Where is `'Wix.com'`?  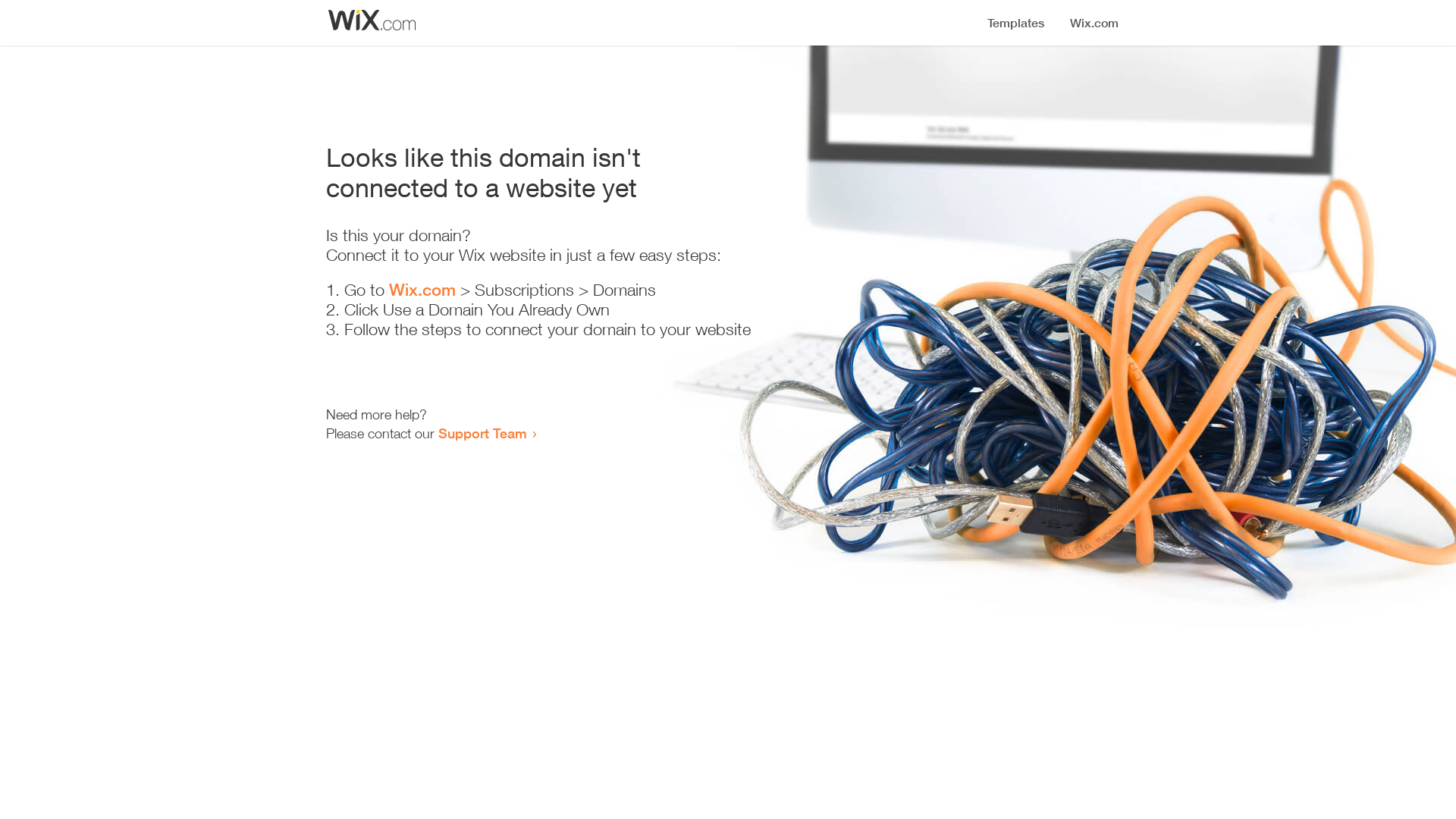 'Wix.com' is located at coordinates (422, 289).